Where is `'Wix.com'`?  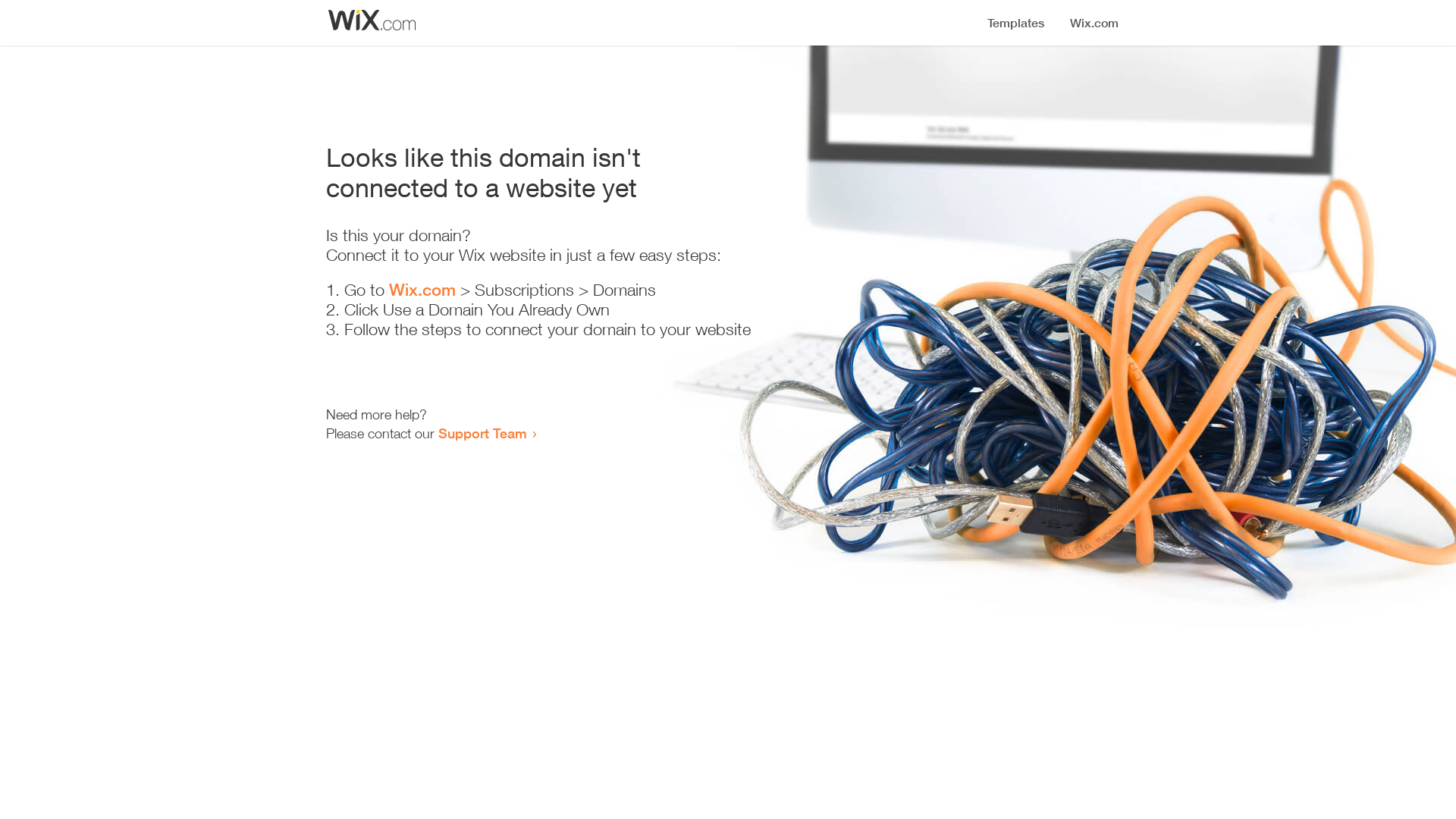 'Wix.com' is located at coordinates (422, 289).